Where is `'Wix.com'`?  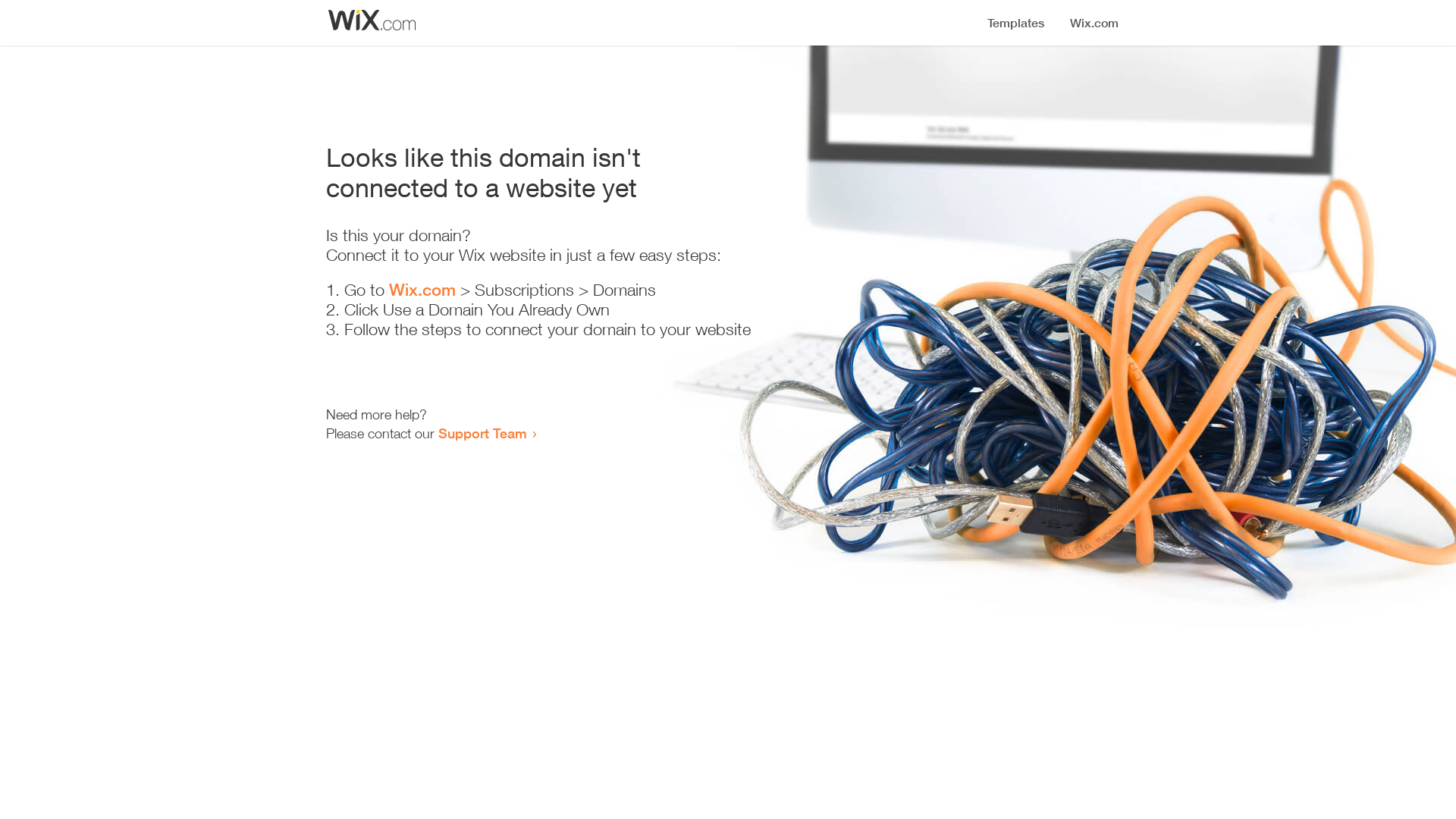 'Wix.com' is located at coordinates (422, 289).